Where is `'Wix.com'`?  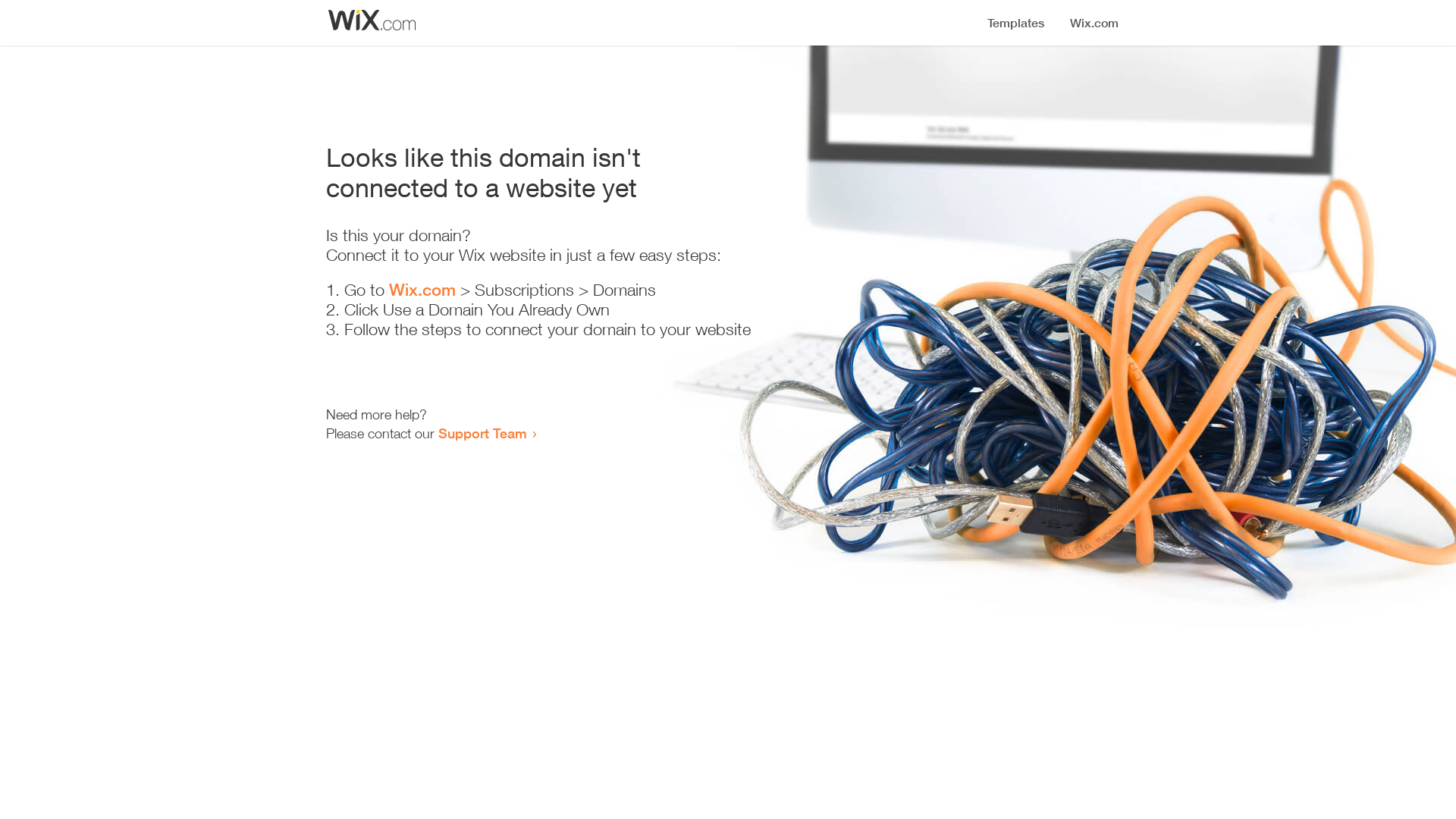 'Wix.com' is located at coordinates (422, 289).